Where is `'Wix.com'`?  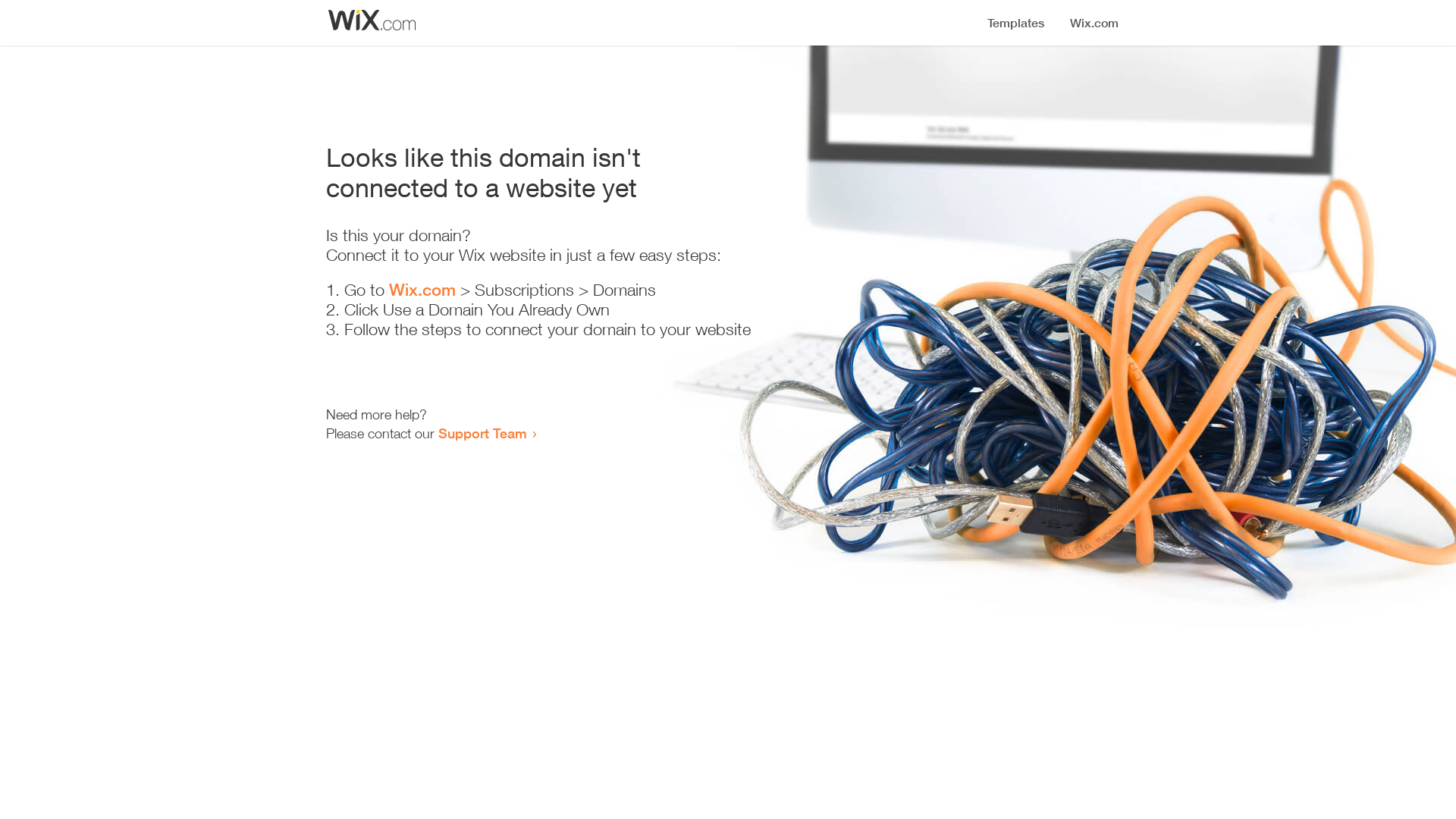 'Wix.com' is located at coordinates (422, 289).